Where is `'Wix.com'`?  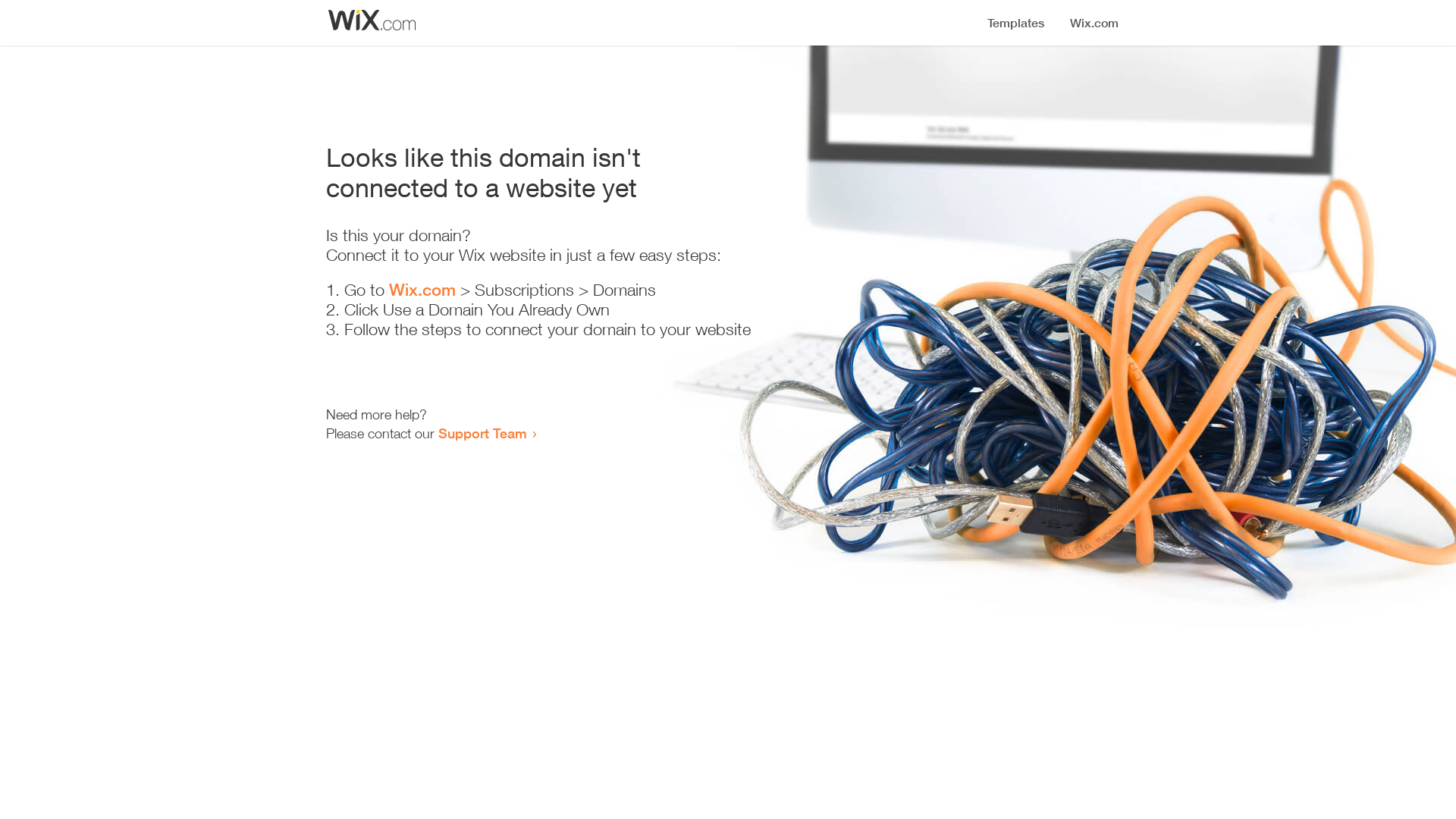 'Wix.com' is located at coordinates (422, 289).